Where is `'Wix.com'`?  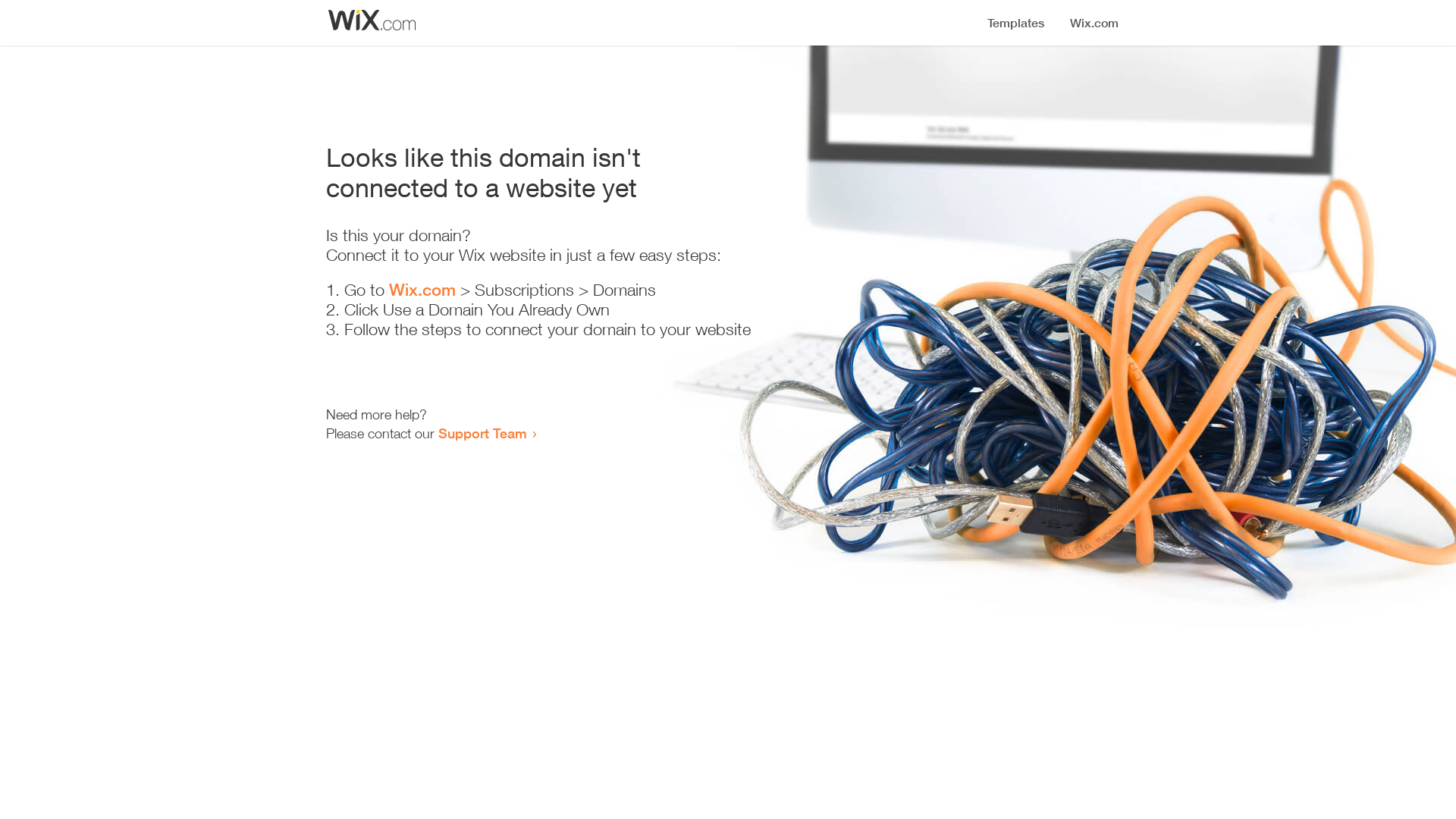 'Wix.com' is located at coordinates (422, 289).